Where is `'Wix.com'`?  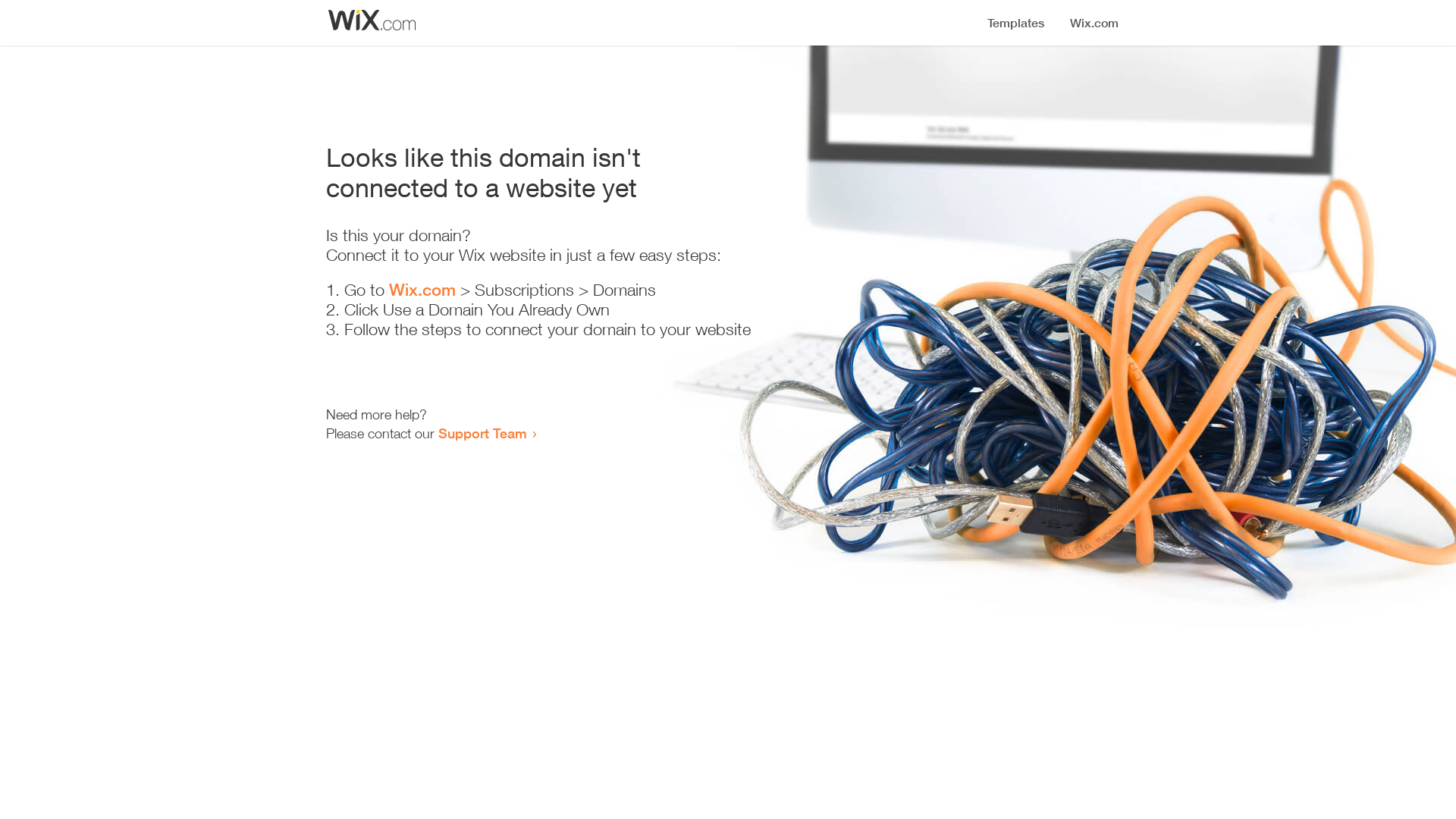 'Wix.com' is located at coordinates (422, 289).